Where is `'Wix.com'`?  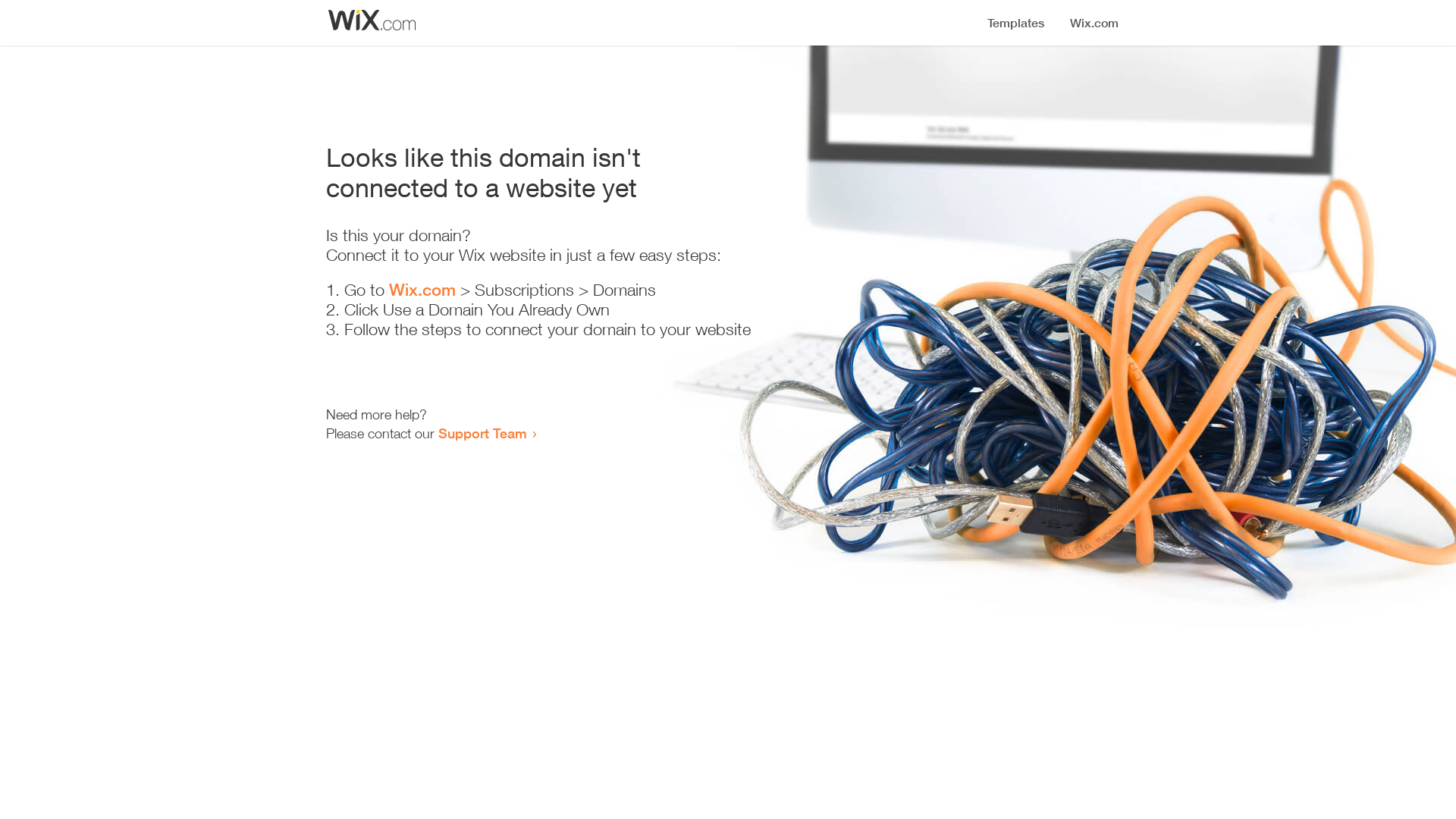 'Wix.com' is located at coordinates (422, 289).